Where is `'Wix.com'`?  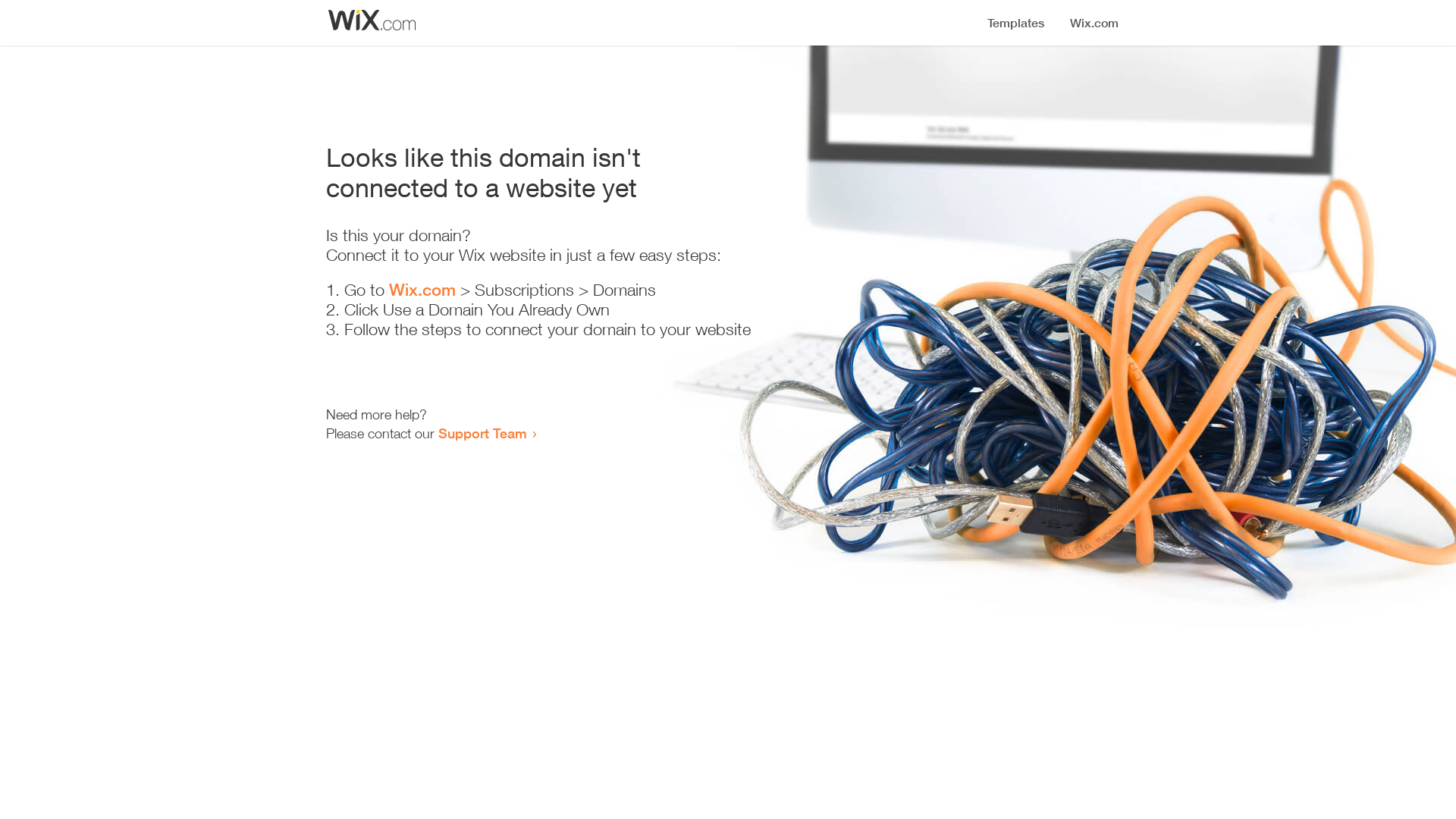 'Wix.com' is located at coordinates (422, 289).